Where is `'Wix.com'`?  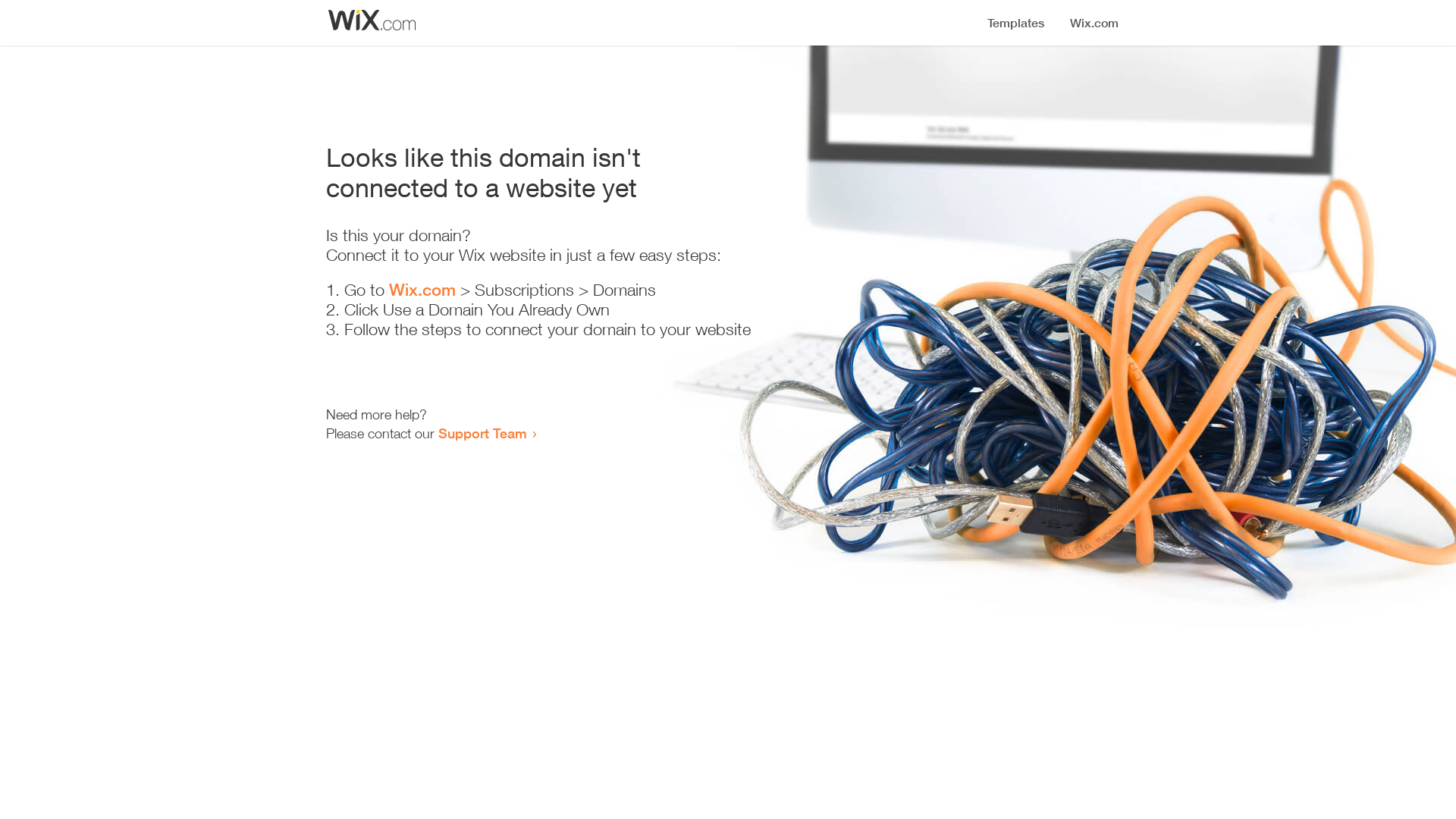 'Wix.com' is located at coordinates (422, 289).